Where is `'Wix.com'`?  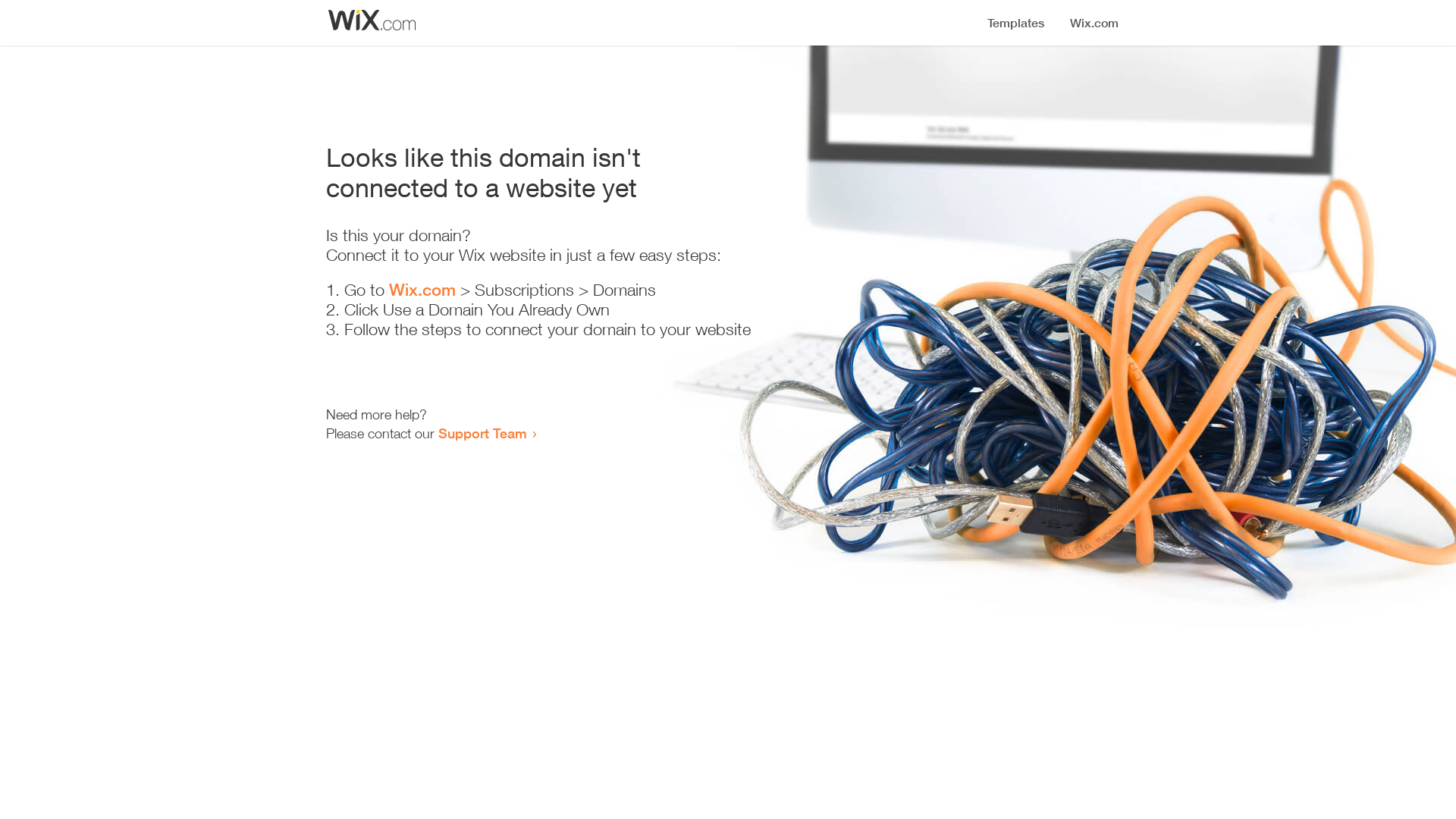 'Wix.com' is located at coordinates (422, 289).